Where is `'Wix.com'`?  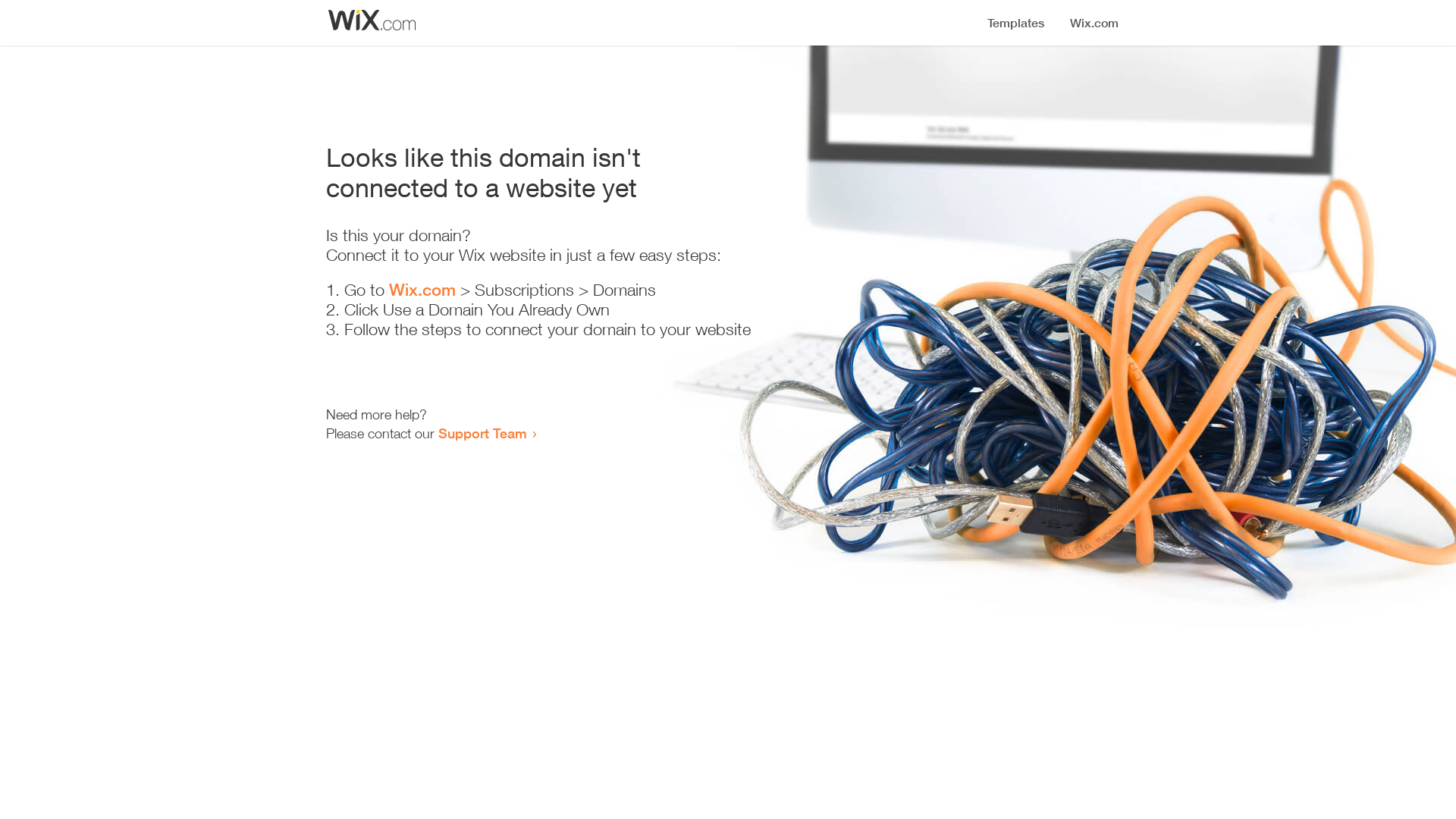 'Wix.com' is located at coordinates (422, 289).